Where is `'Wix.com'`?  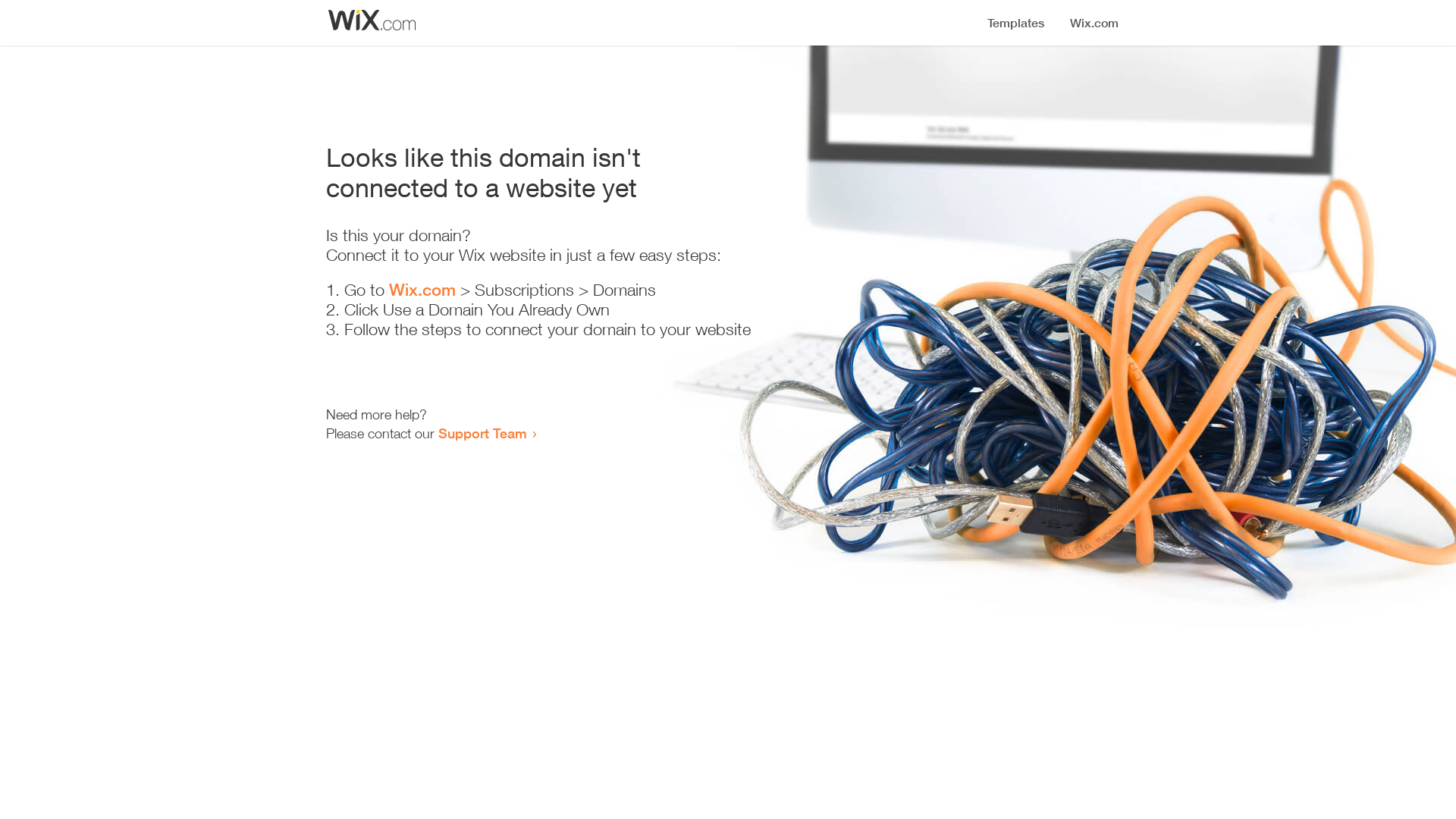 'Wix.com' is located at coordinates (422, 289).